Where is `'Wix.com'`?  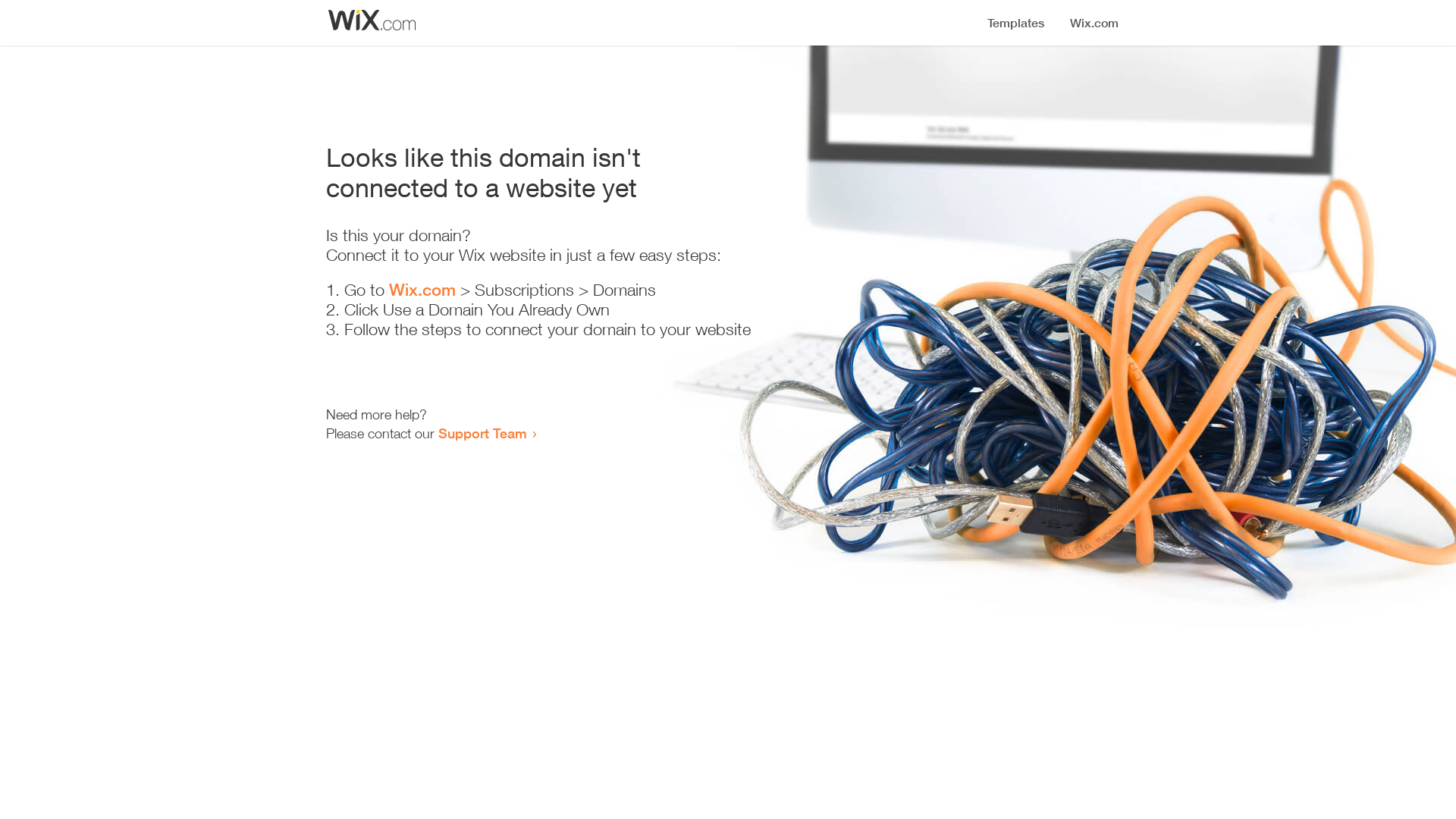 'Wix.com' is located at coordinates (422, 289).